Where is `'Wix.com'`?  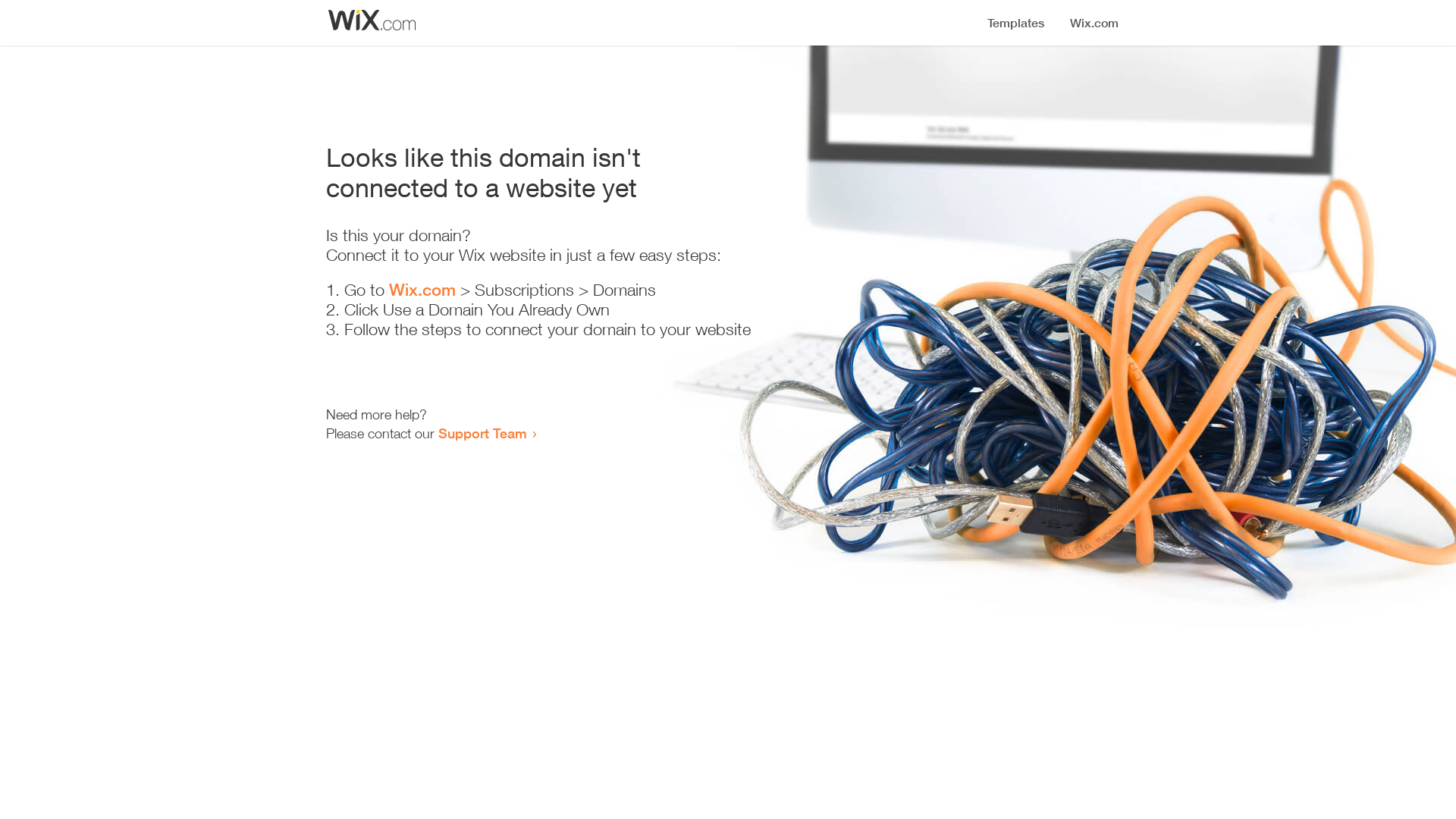 'Wix.com' is located at coordinates (422, 289).